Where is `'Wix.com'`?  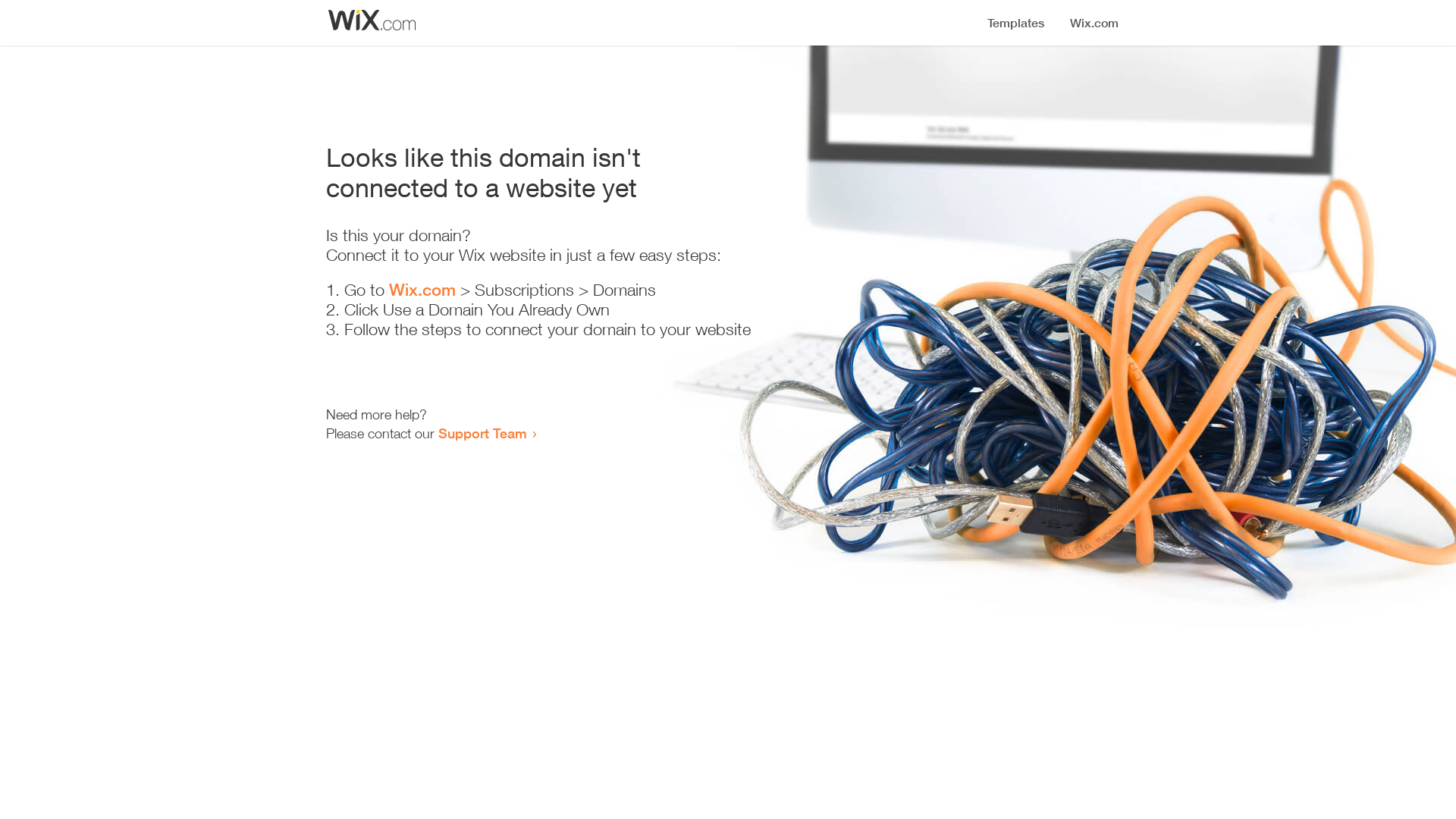 'Wix.com' is located at coordinates (422, 289).